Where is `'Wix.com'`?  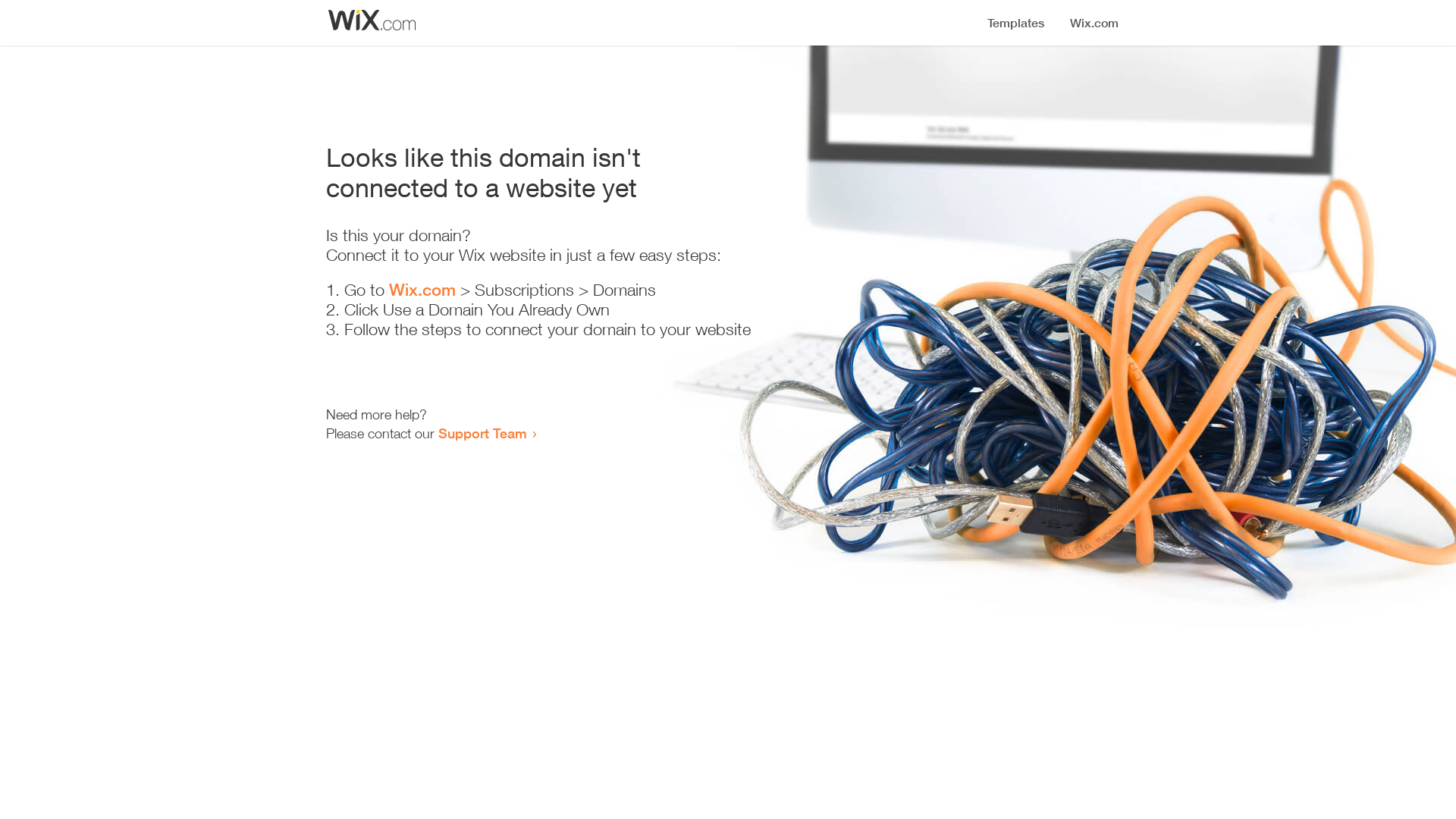 'Wix.com' is located at coordinates (422, 289).